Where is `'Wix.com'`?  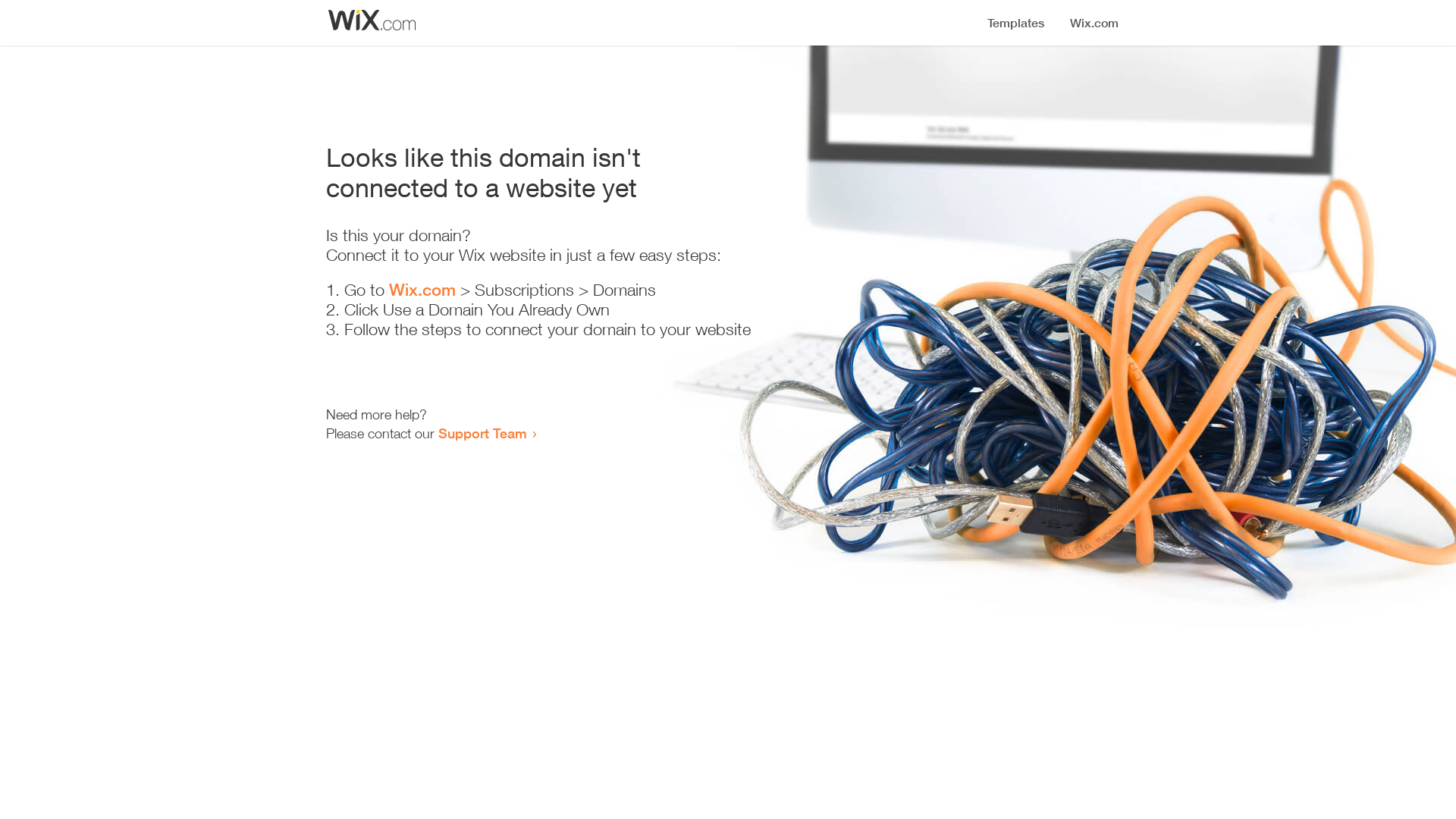 'Wix.com' is located at coordinates (422, 289).